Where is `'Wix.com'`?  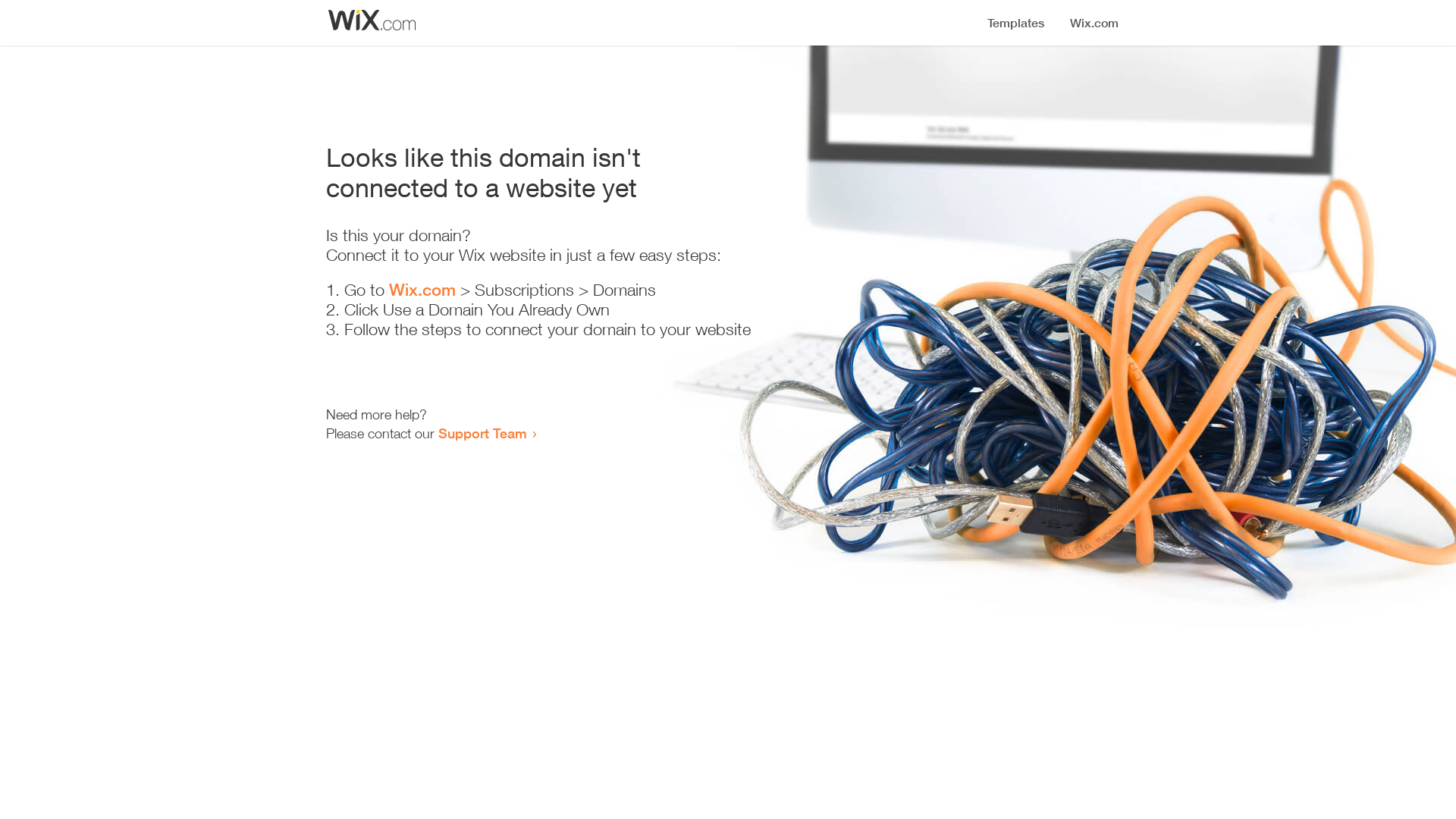 'Wix.com' is located at coordinates (422, 289).